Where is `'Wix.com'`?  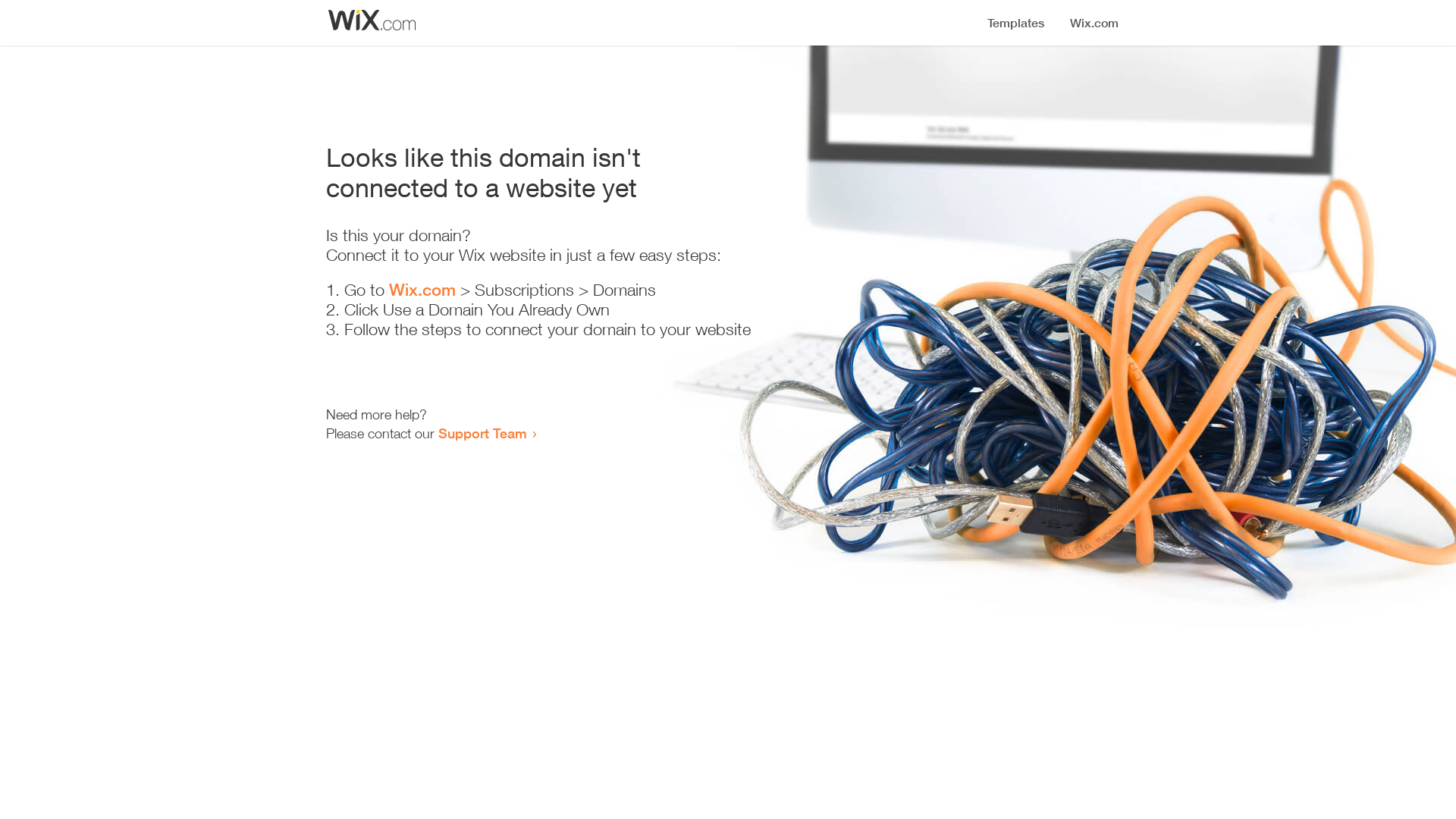 'Wix.com' is located at coordinates (422, 289).